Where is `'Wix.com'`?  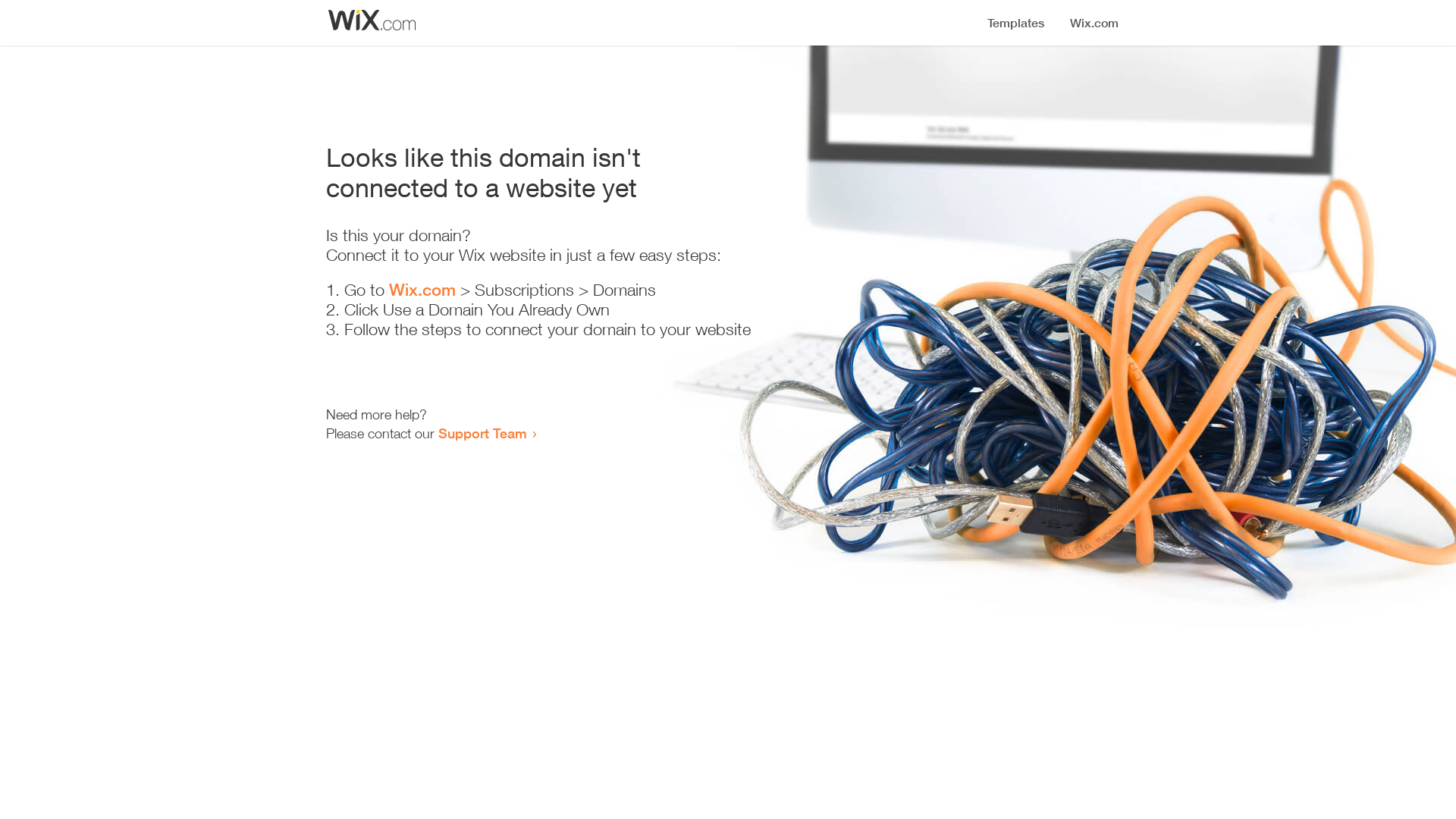 'Wix.com' is located at coordinates (422, 289).